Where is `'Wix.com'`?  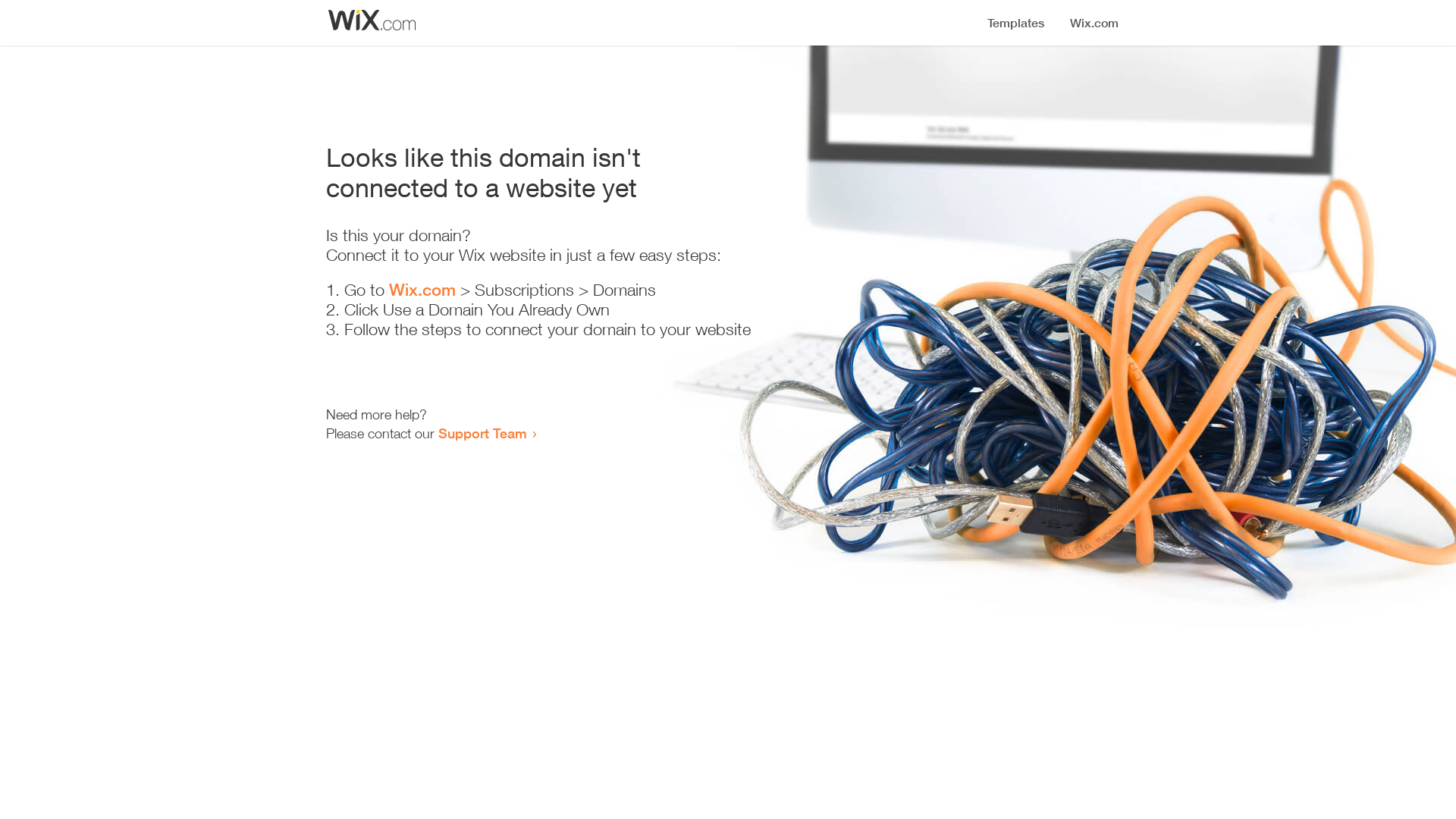 'Wix.com' is located at coordinates (422, 289).